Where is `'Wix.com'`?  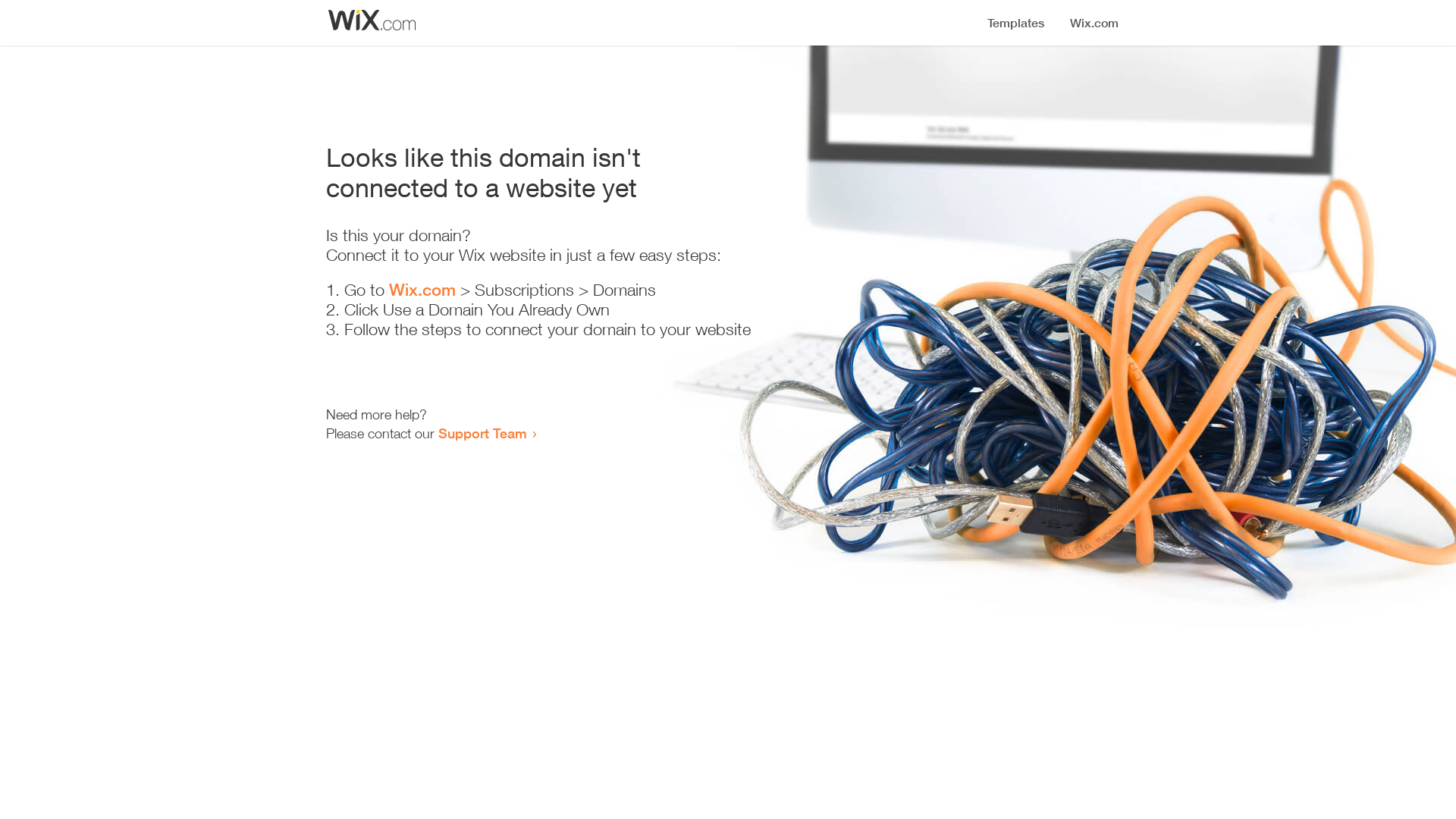 'Wix.com' is located at coordinates (422, 289).